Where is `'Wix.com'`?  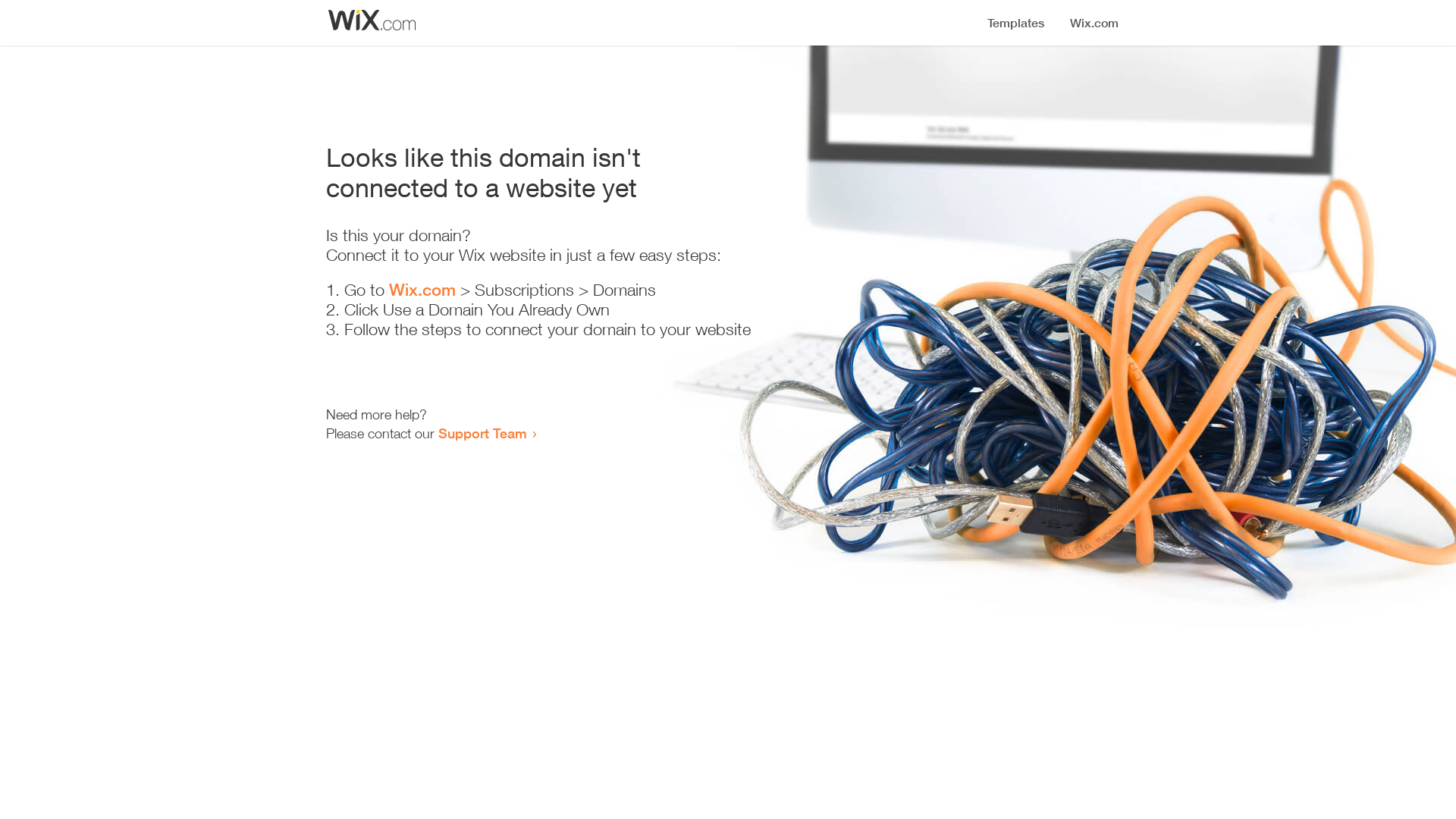 'Wix.com' is located at coordinates (422, 289).